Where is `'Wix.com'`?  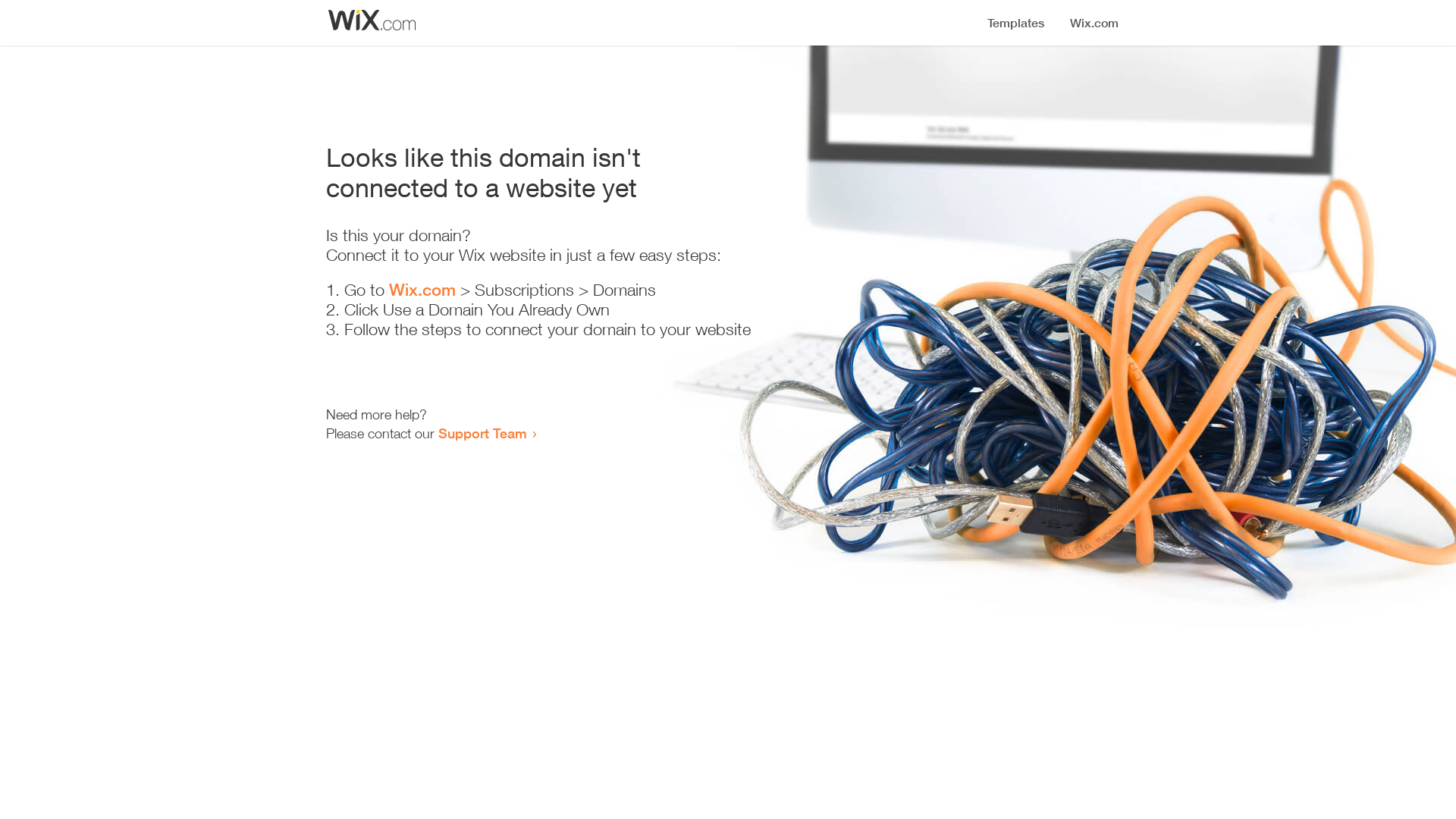 'Wix.com' is located at coordinates (422, 289).